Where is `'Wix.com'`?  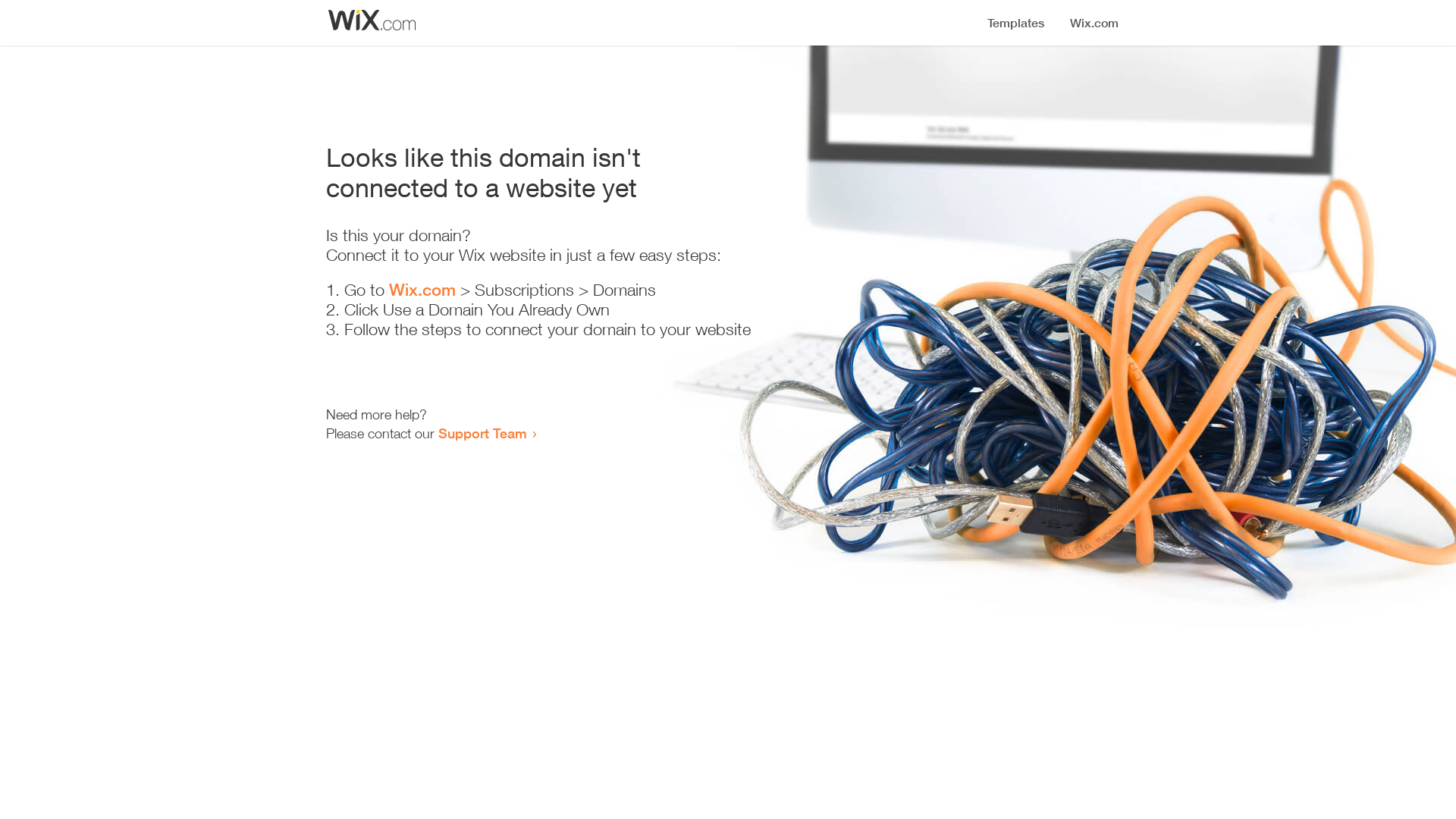 'Wix.com' is located at coordinates (422, 289).